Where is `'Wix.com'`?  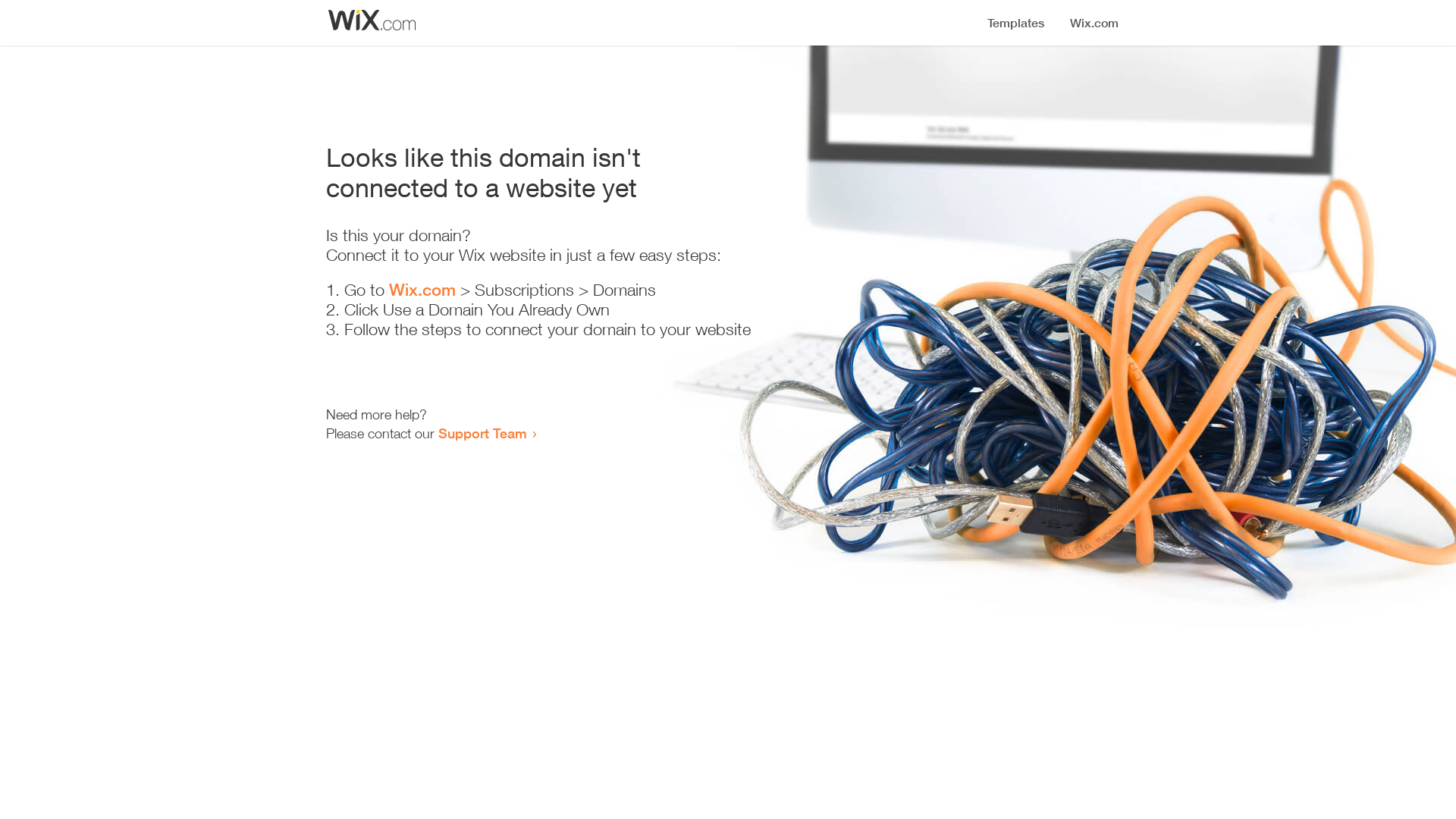 'Wix.com' is located at coordinates (422, 289).